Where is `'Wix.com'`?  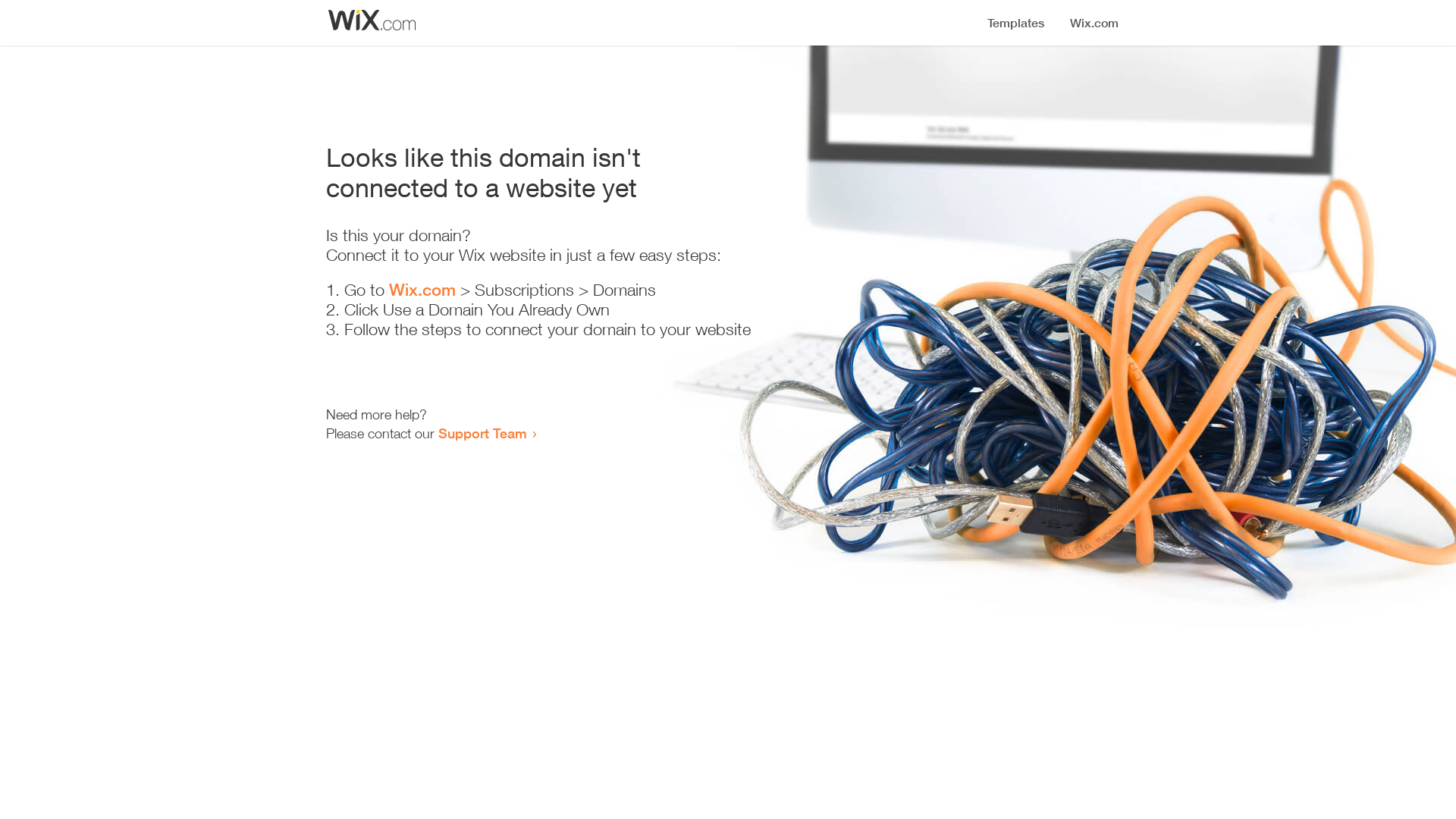 'Wix.com' is located at coordinates (422, 289).